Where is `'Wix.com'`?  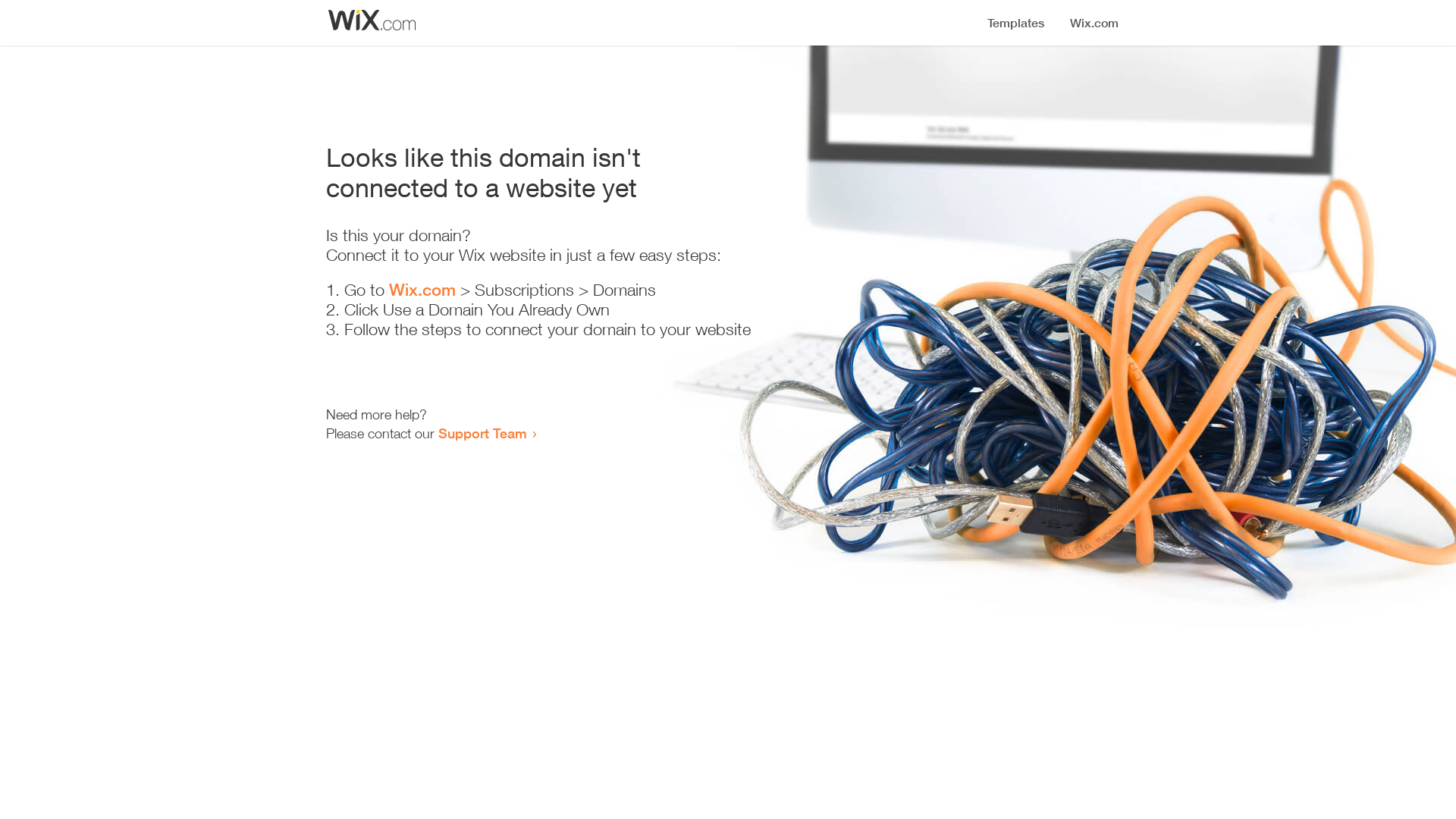 'Wix.com' is located at coordinates (422, 289).